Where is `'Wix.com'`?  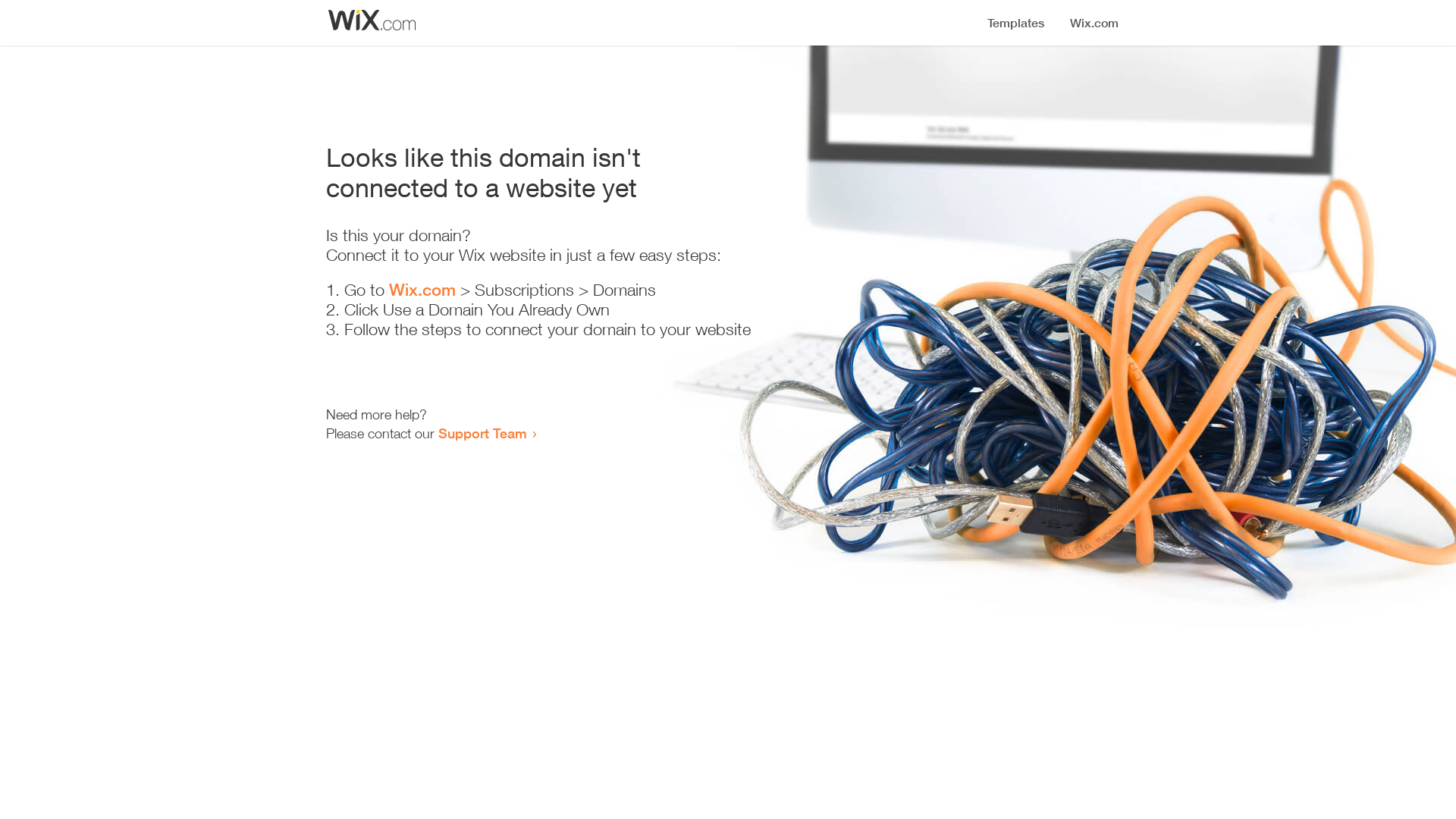 'Wix.com' is located at coordinates (422, 289).